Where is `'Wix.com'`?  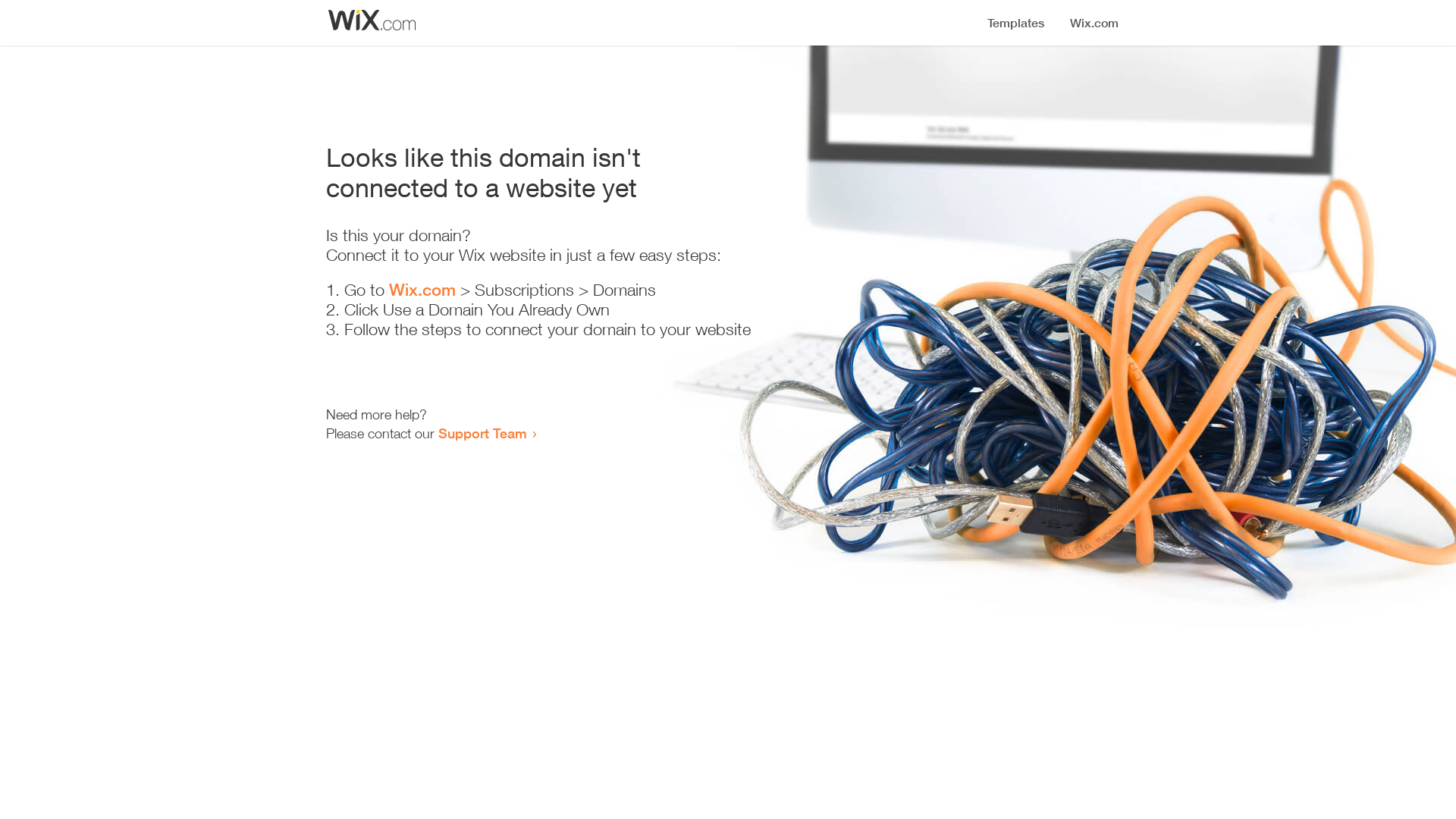 'Wix.com' is located at coordinates (422, 289).